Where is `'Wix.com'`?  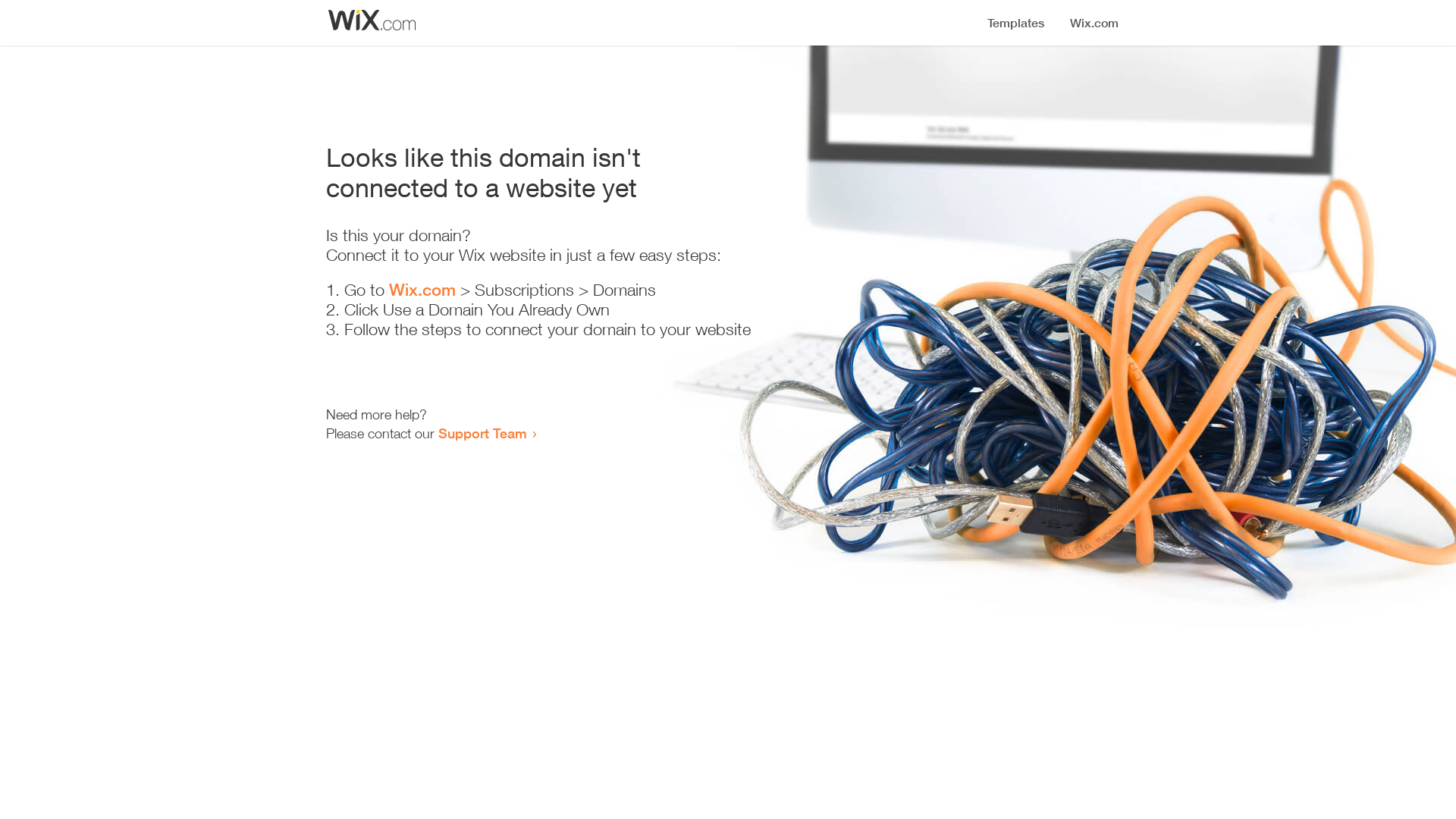 'Wix.com' is located at coordinates (422, 289).